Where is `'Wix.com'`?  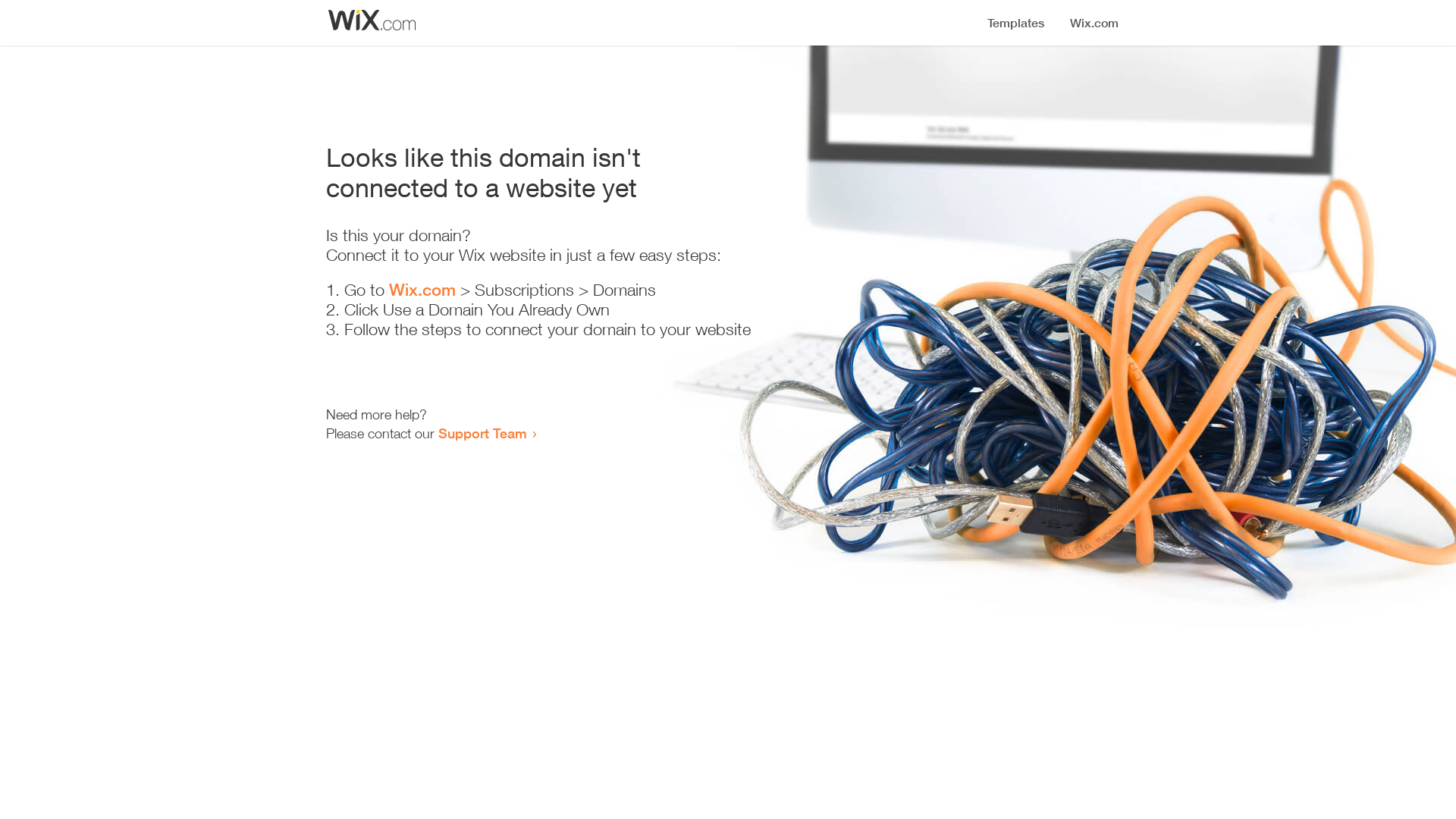 'Wix.com' is located at coordinates (422, 289).